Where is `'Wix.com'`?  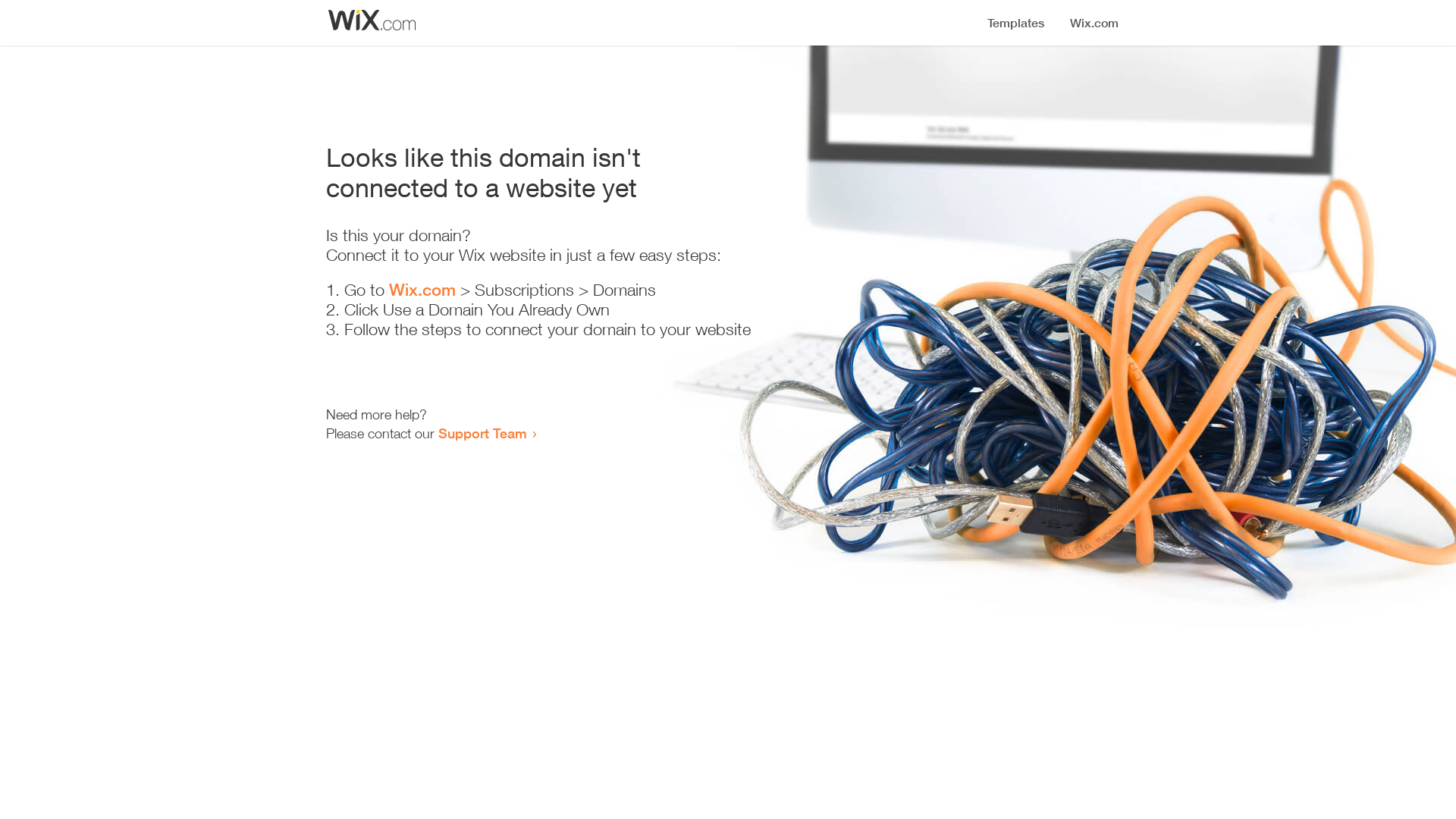 'Wix.com' is located at coordinates (422, 289).